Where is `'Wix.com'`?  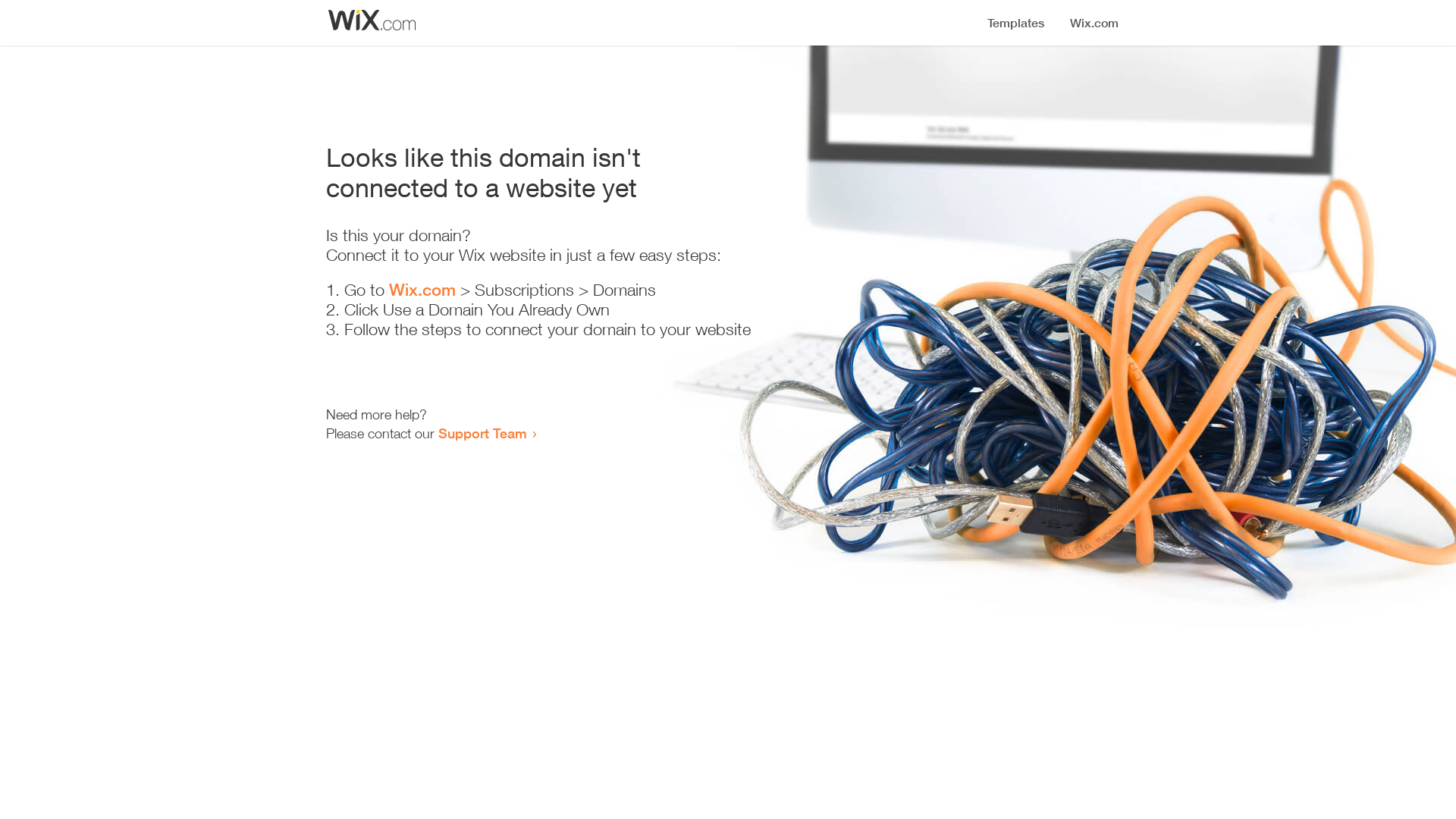 'Wix.com' is located at coordinates (422, 289).